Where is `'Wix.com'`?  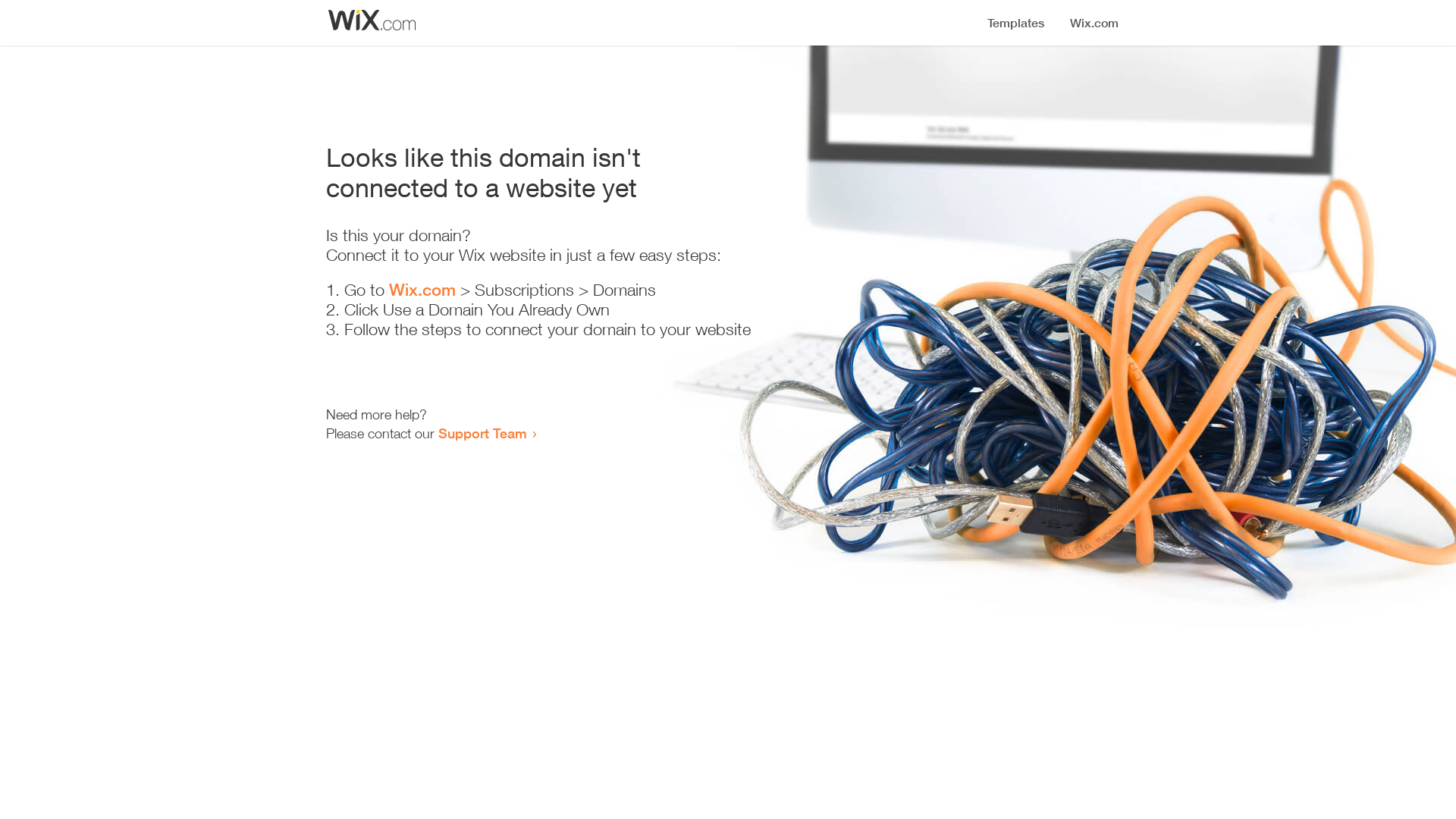 'Wix.com' is located at coordinates (422, 289).